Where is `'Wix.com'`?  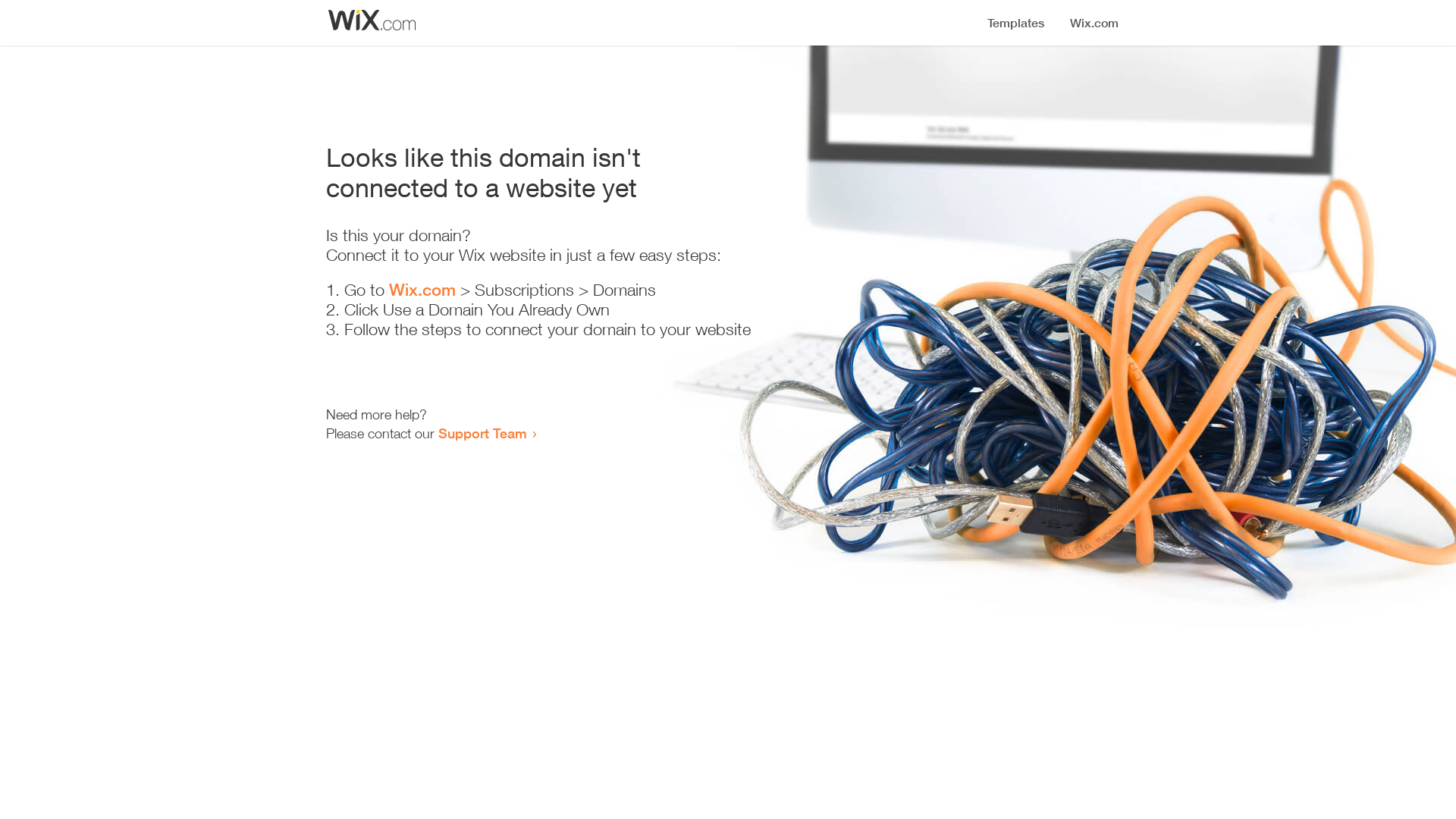 'Wix.com' is located at coordinates (422, 289).